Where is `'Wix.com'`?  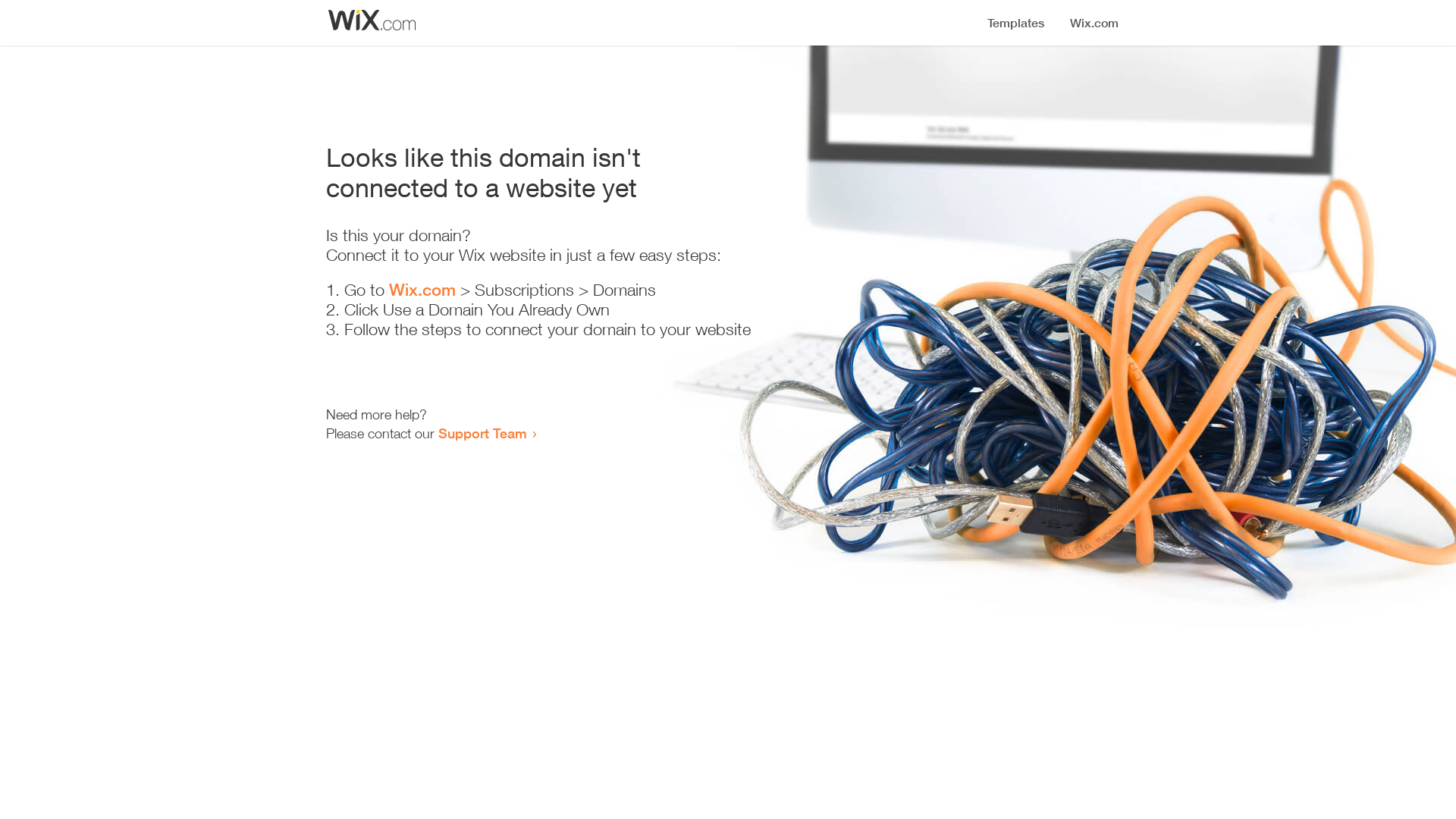 'Wix.com' is located at coordinates (422, 289).